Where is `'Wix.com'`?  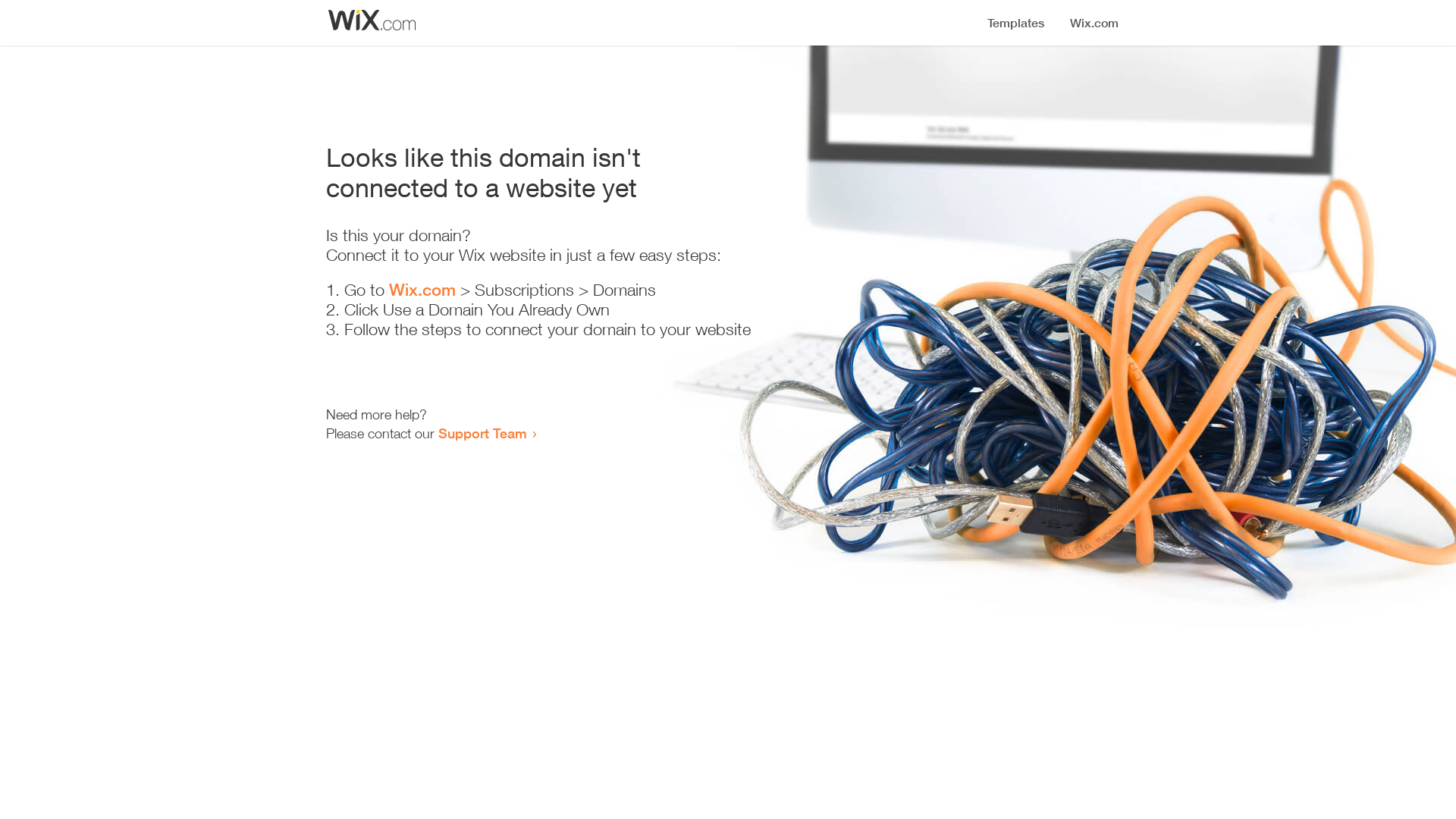 'Wix.com' is located at coordinates (422, 289).